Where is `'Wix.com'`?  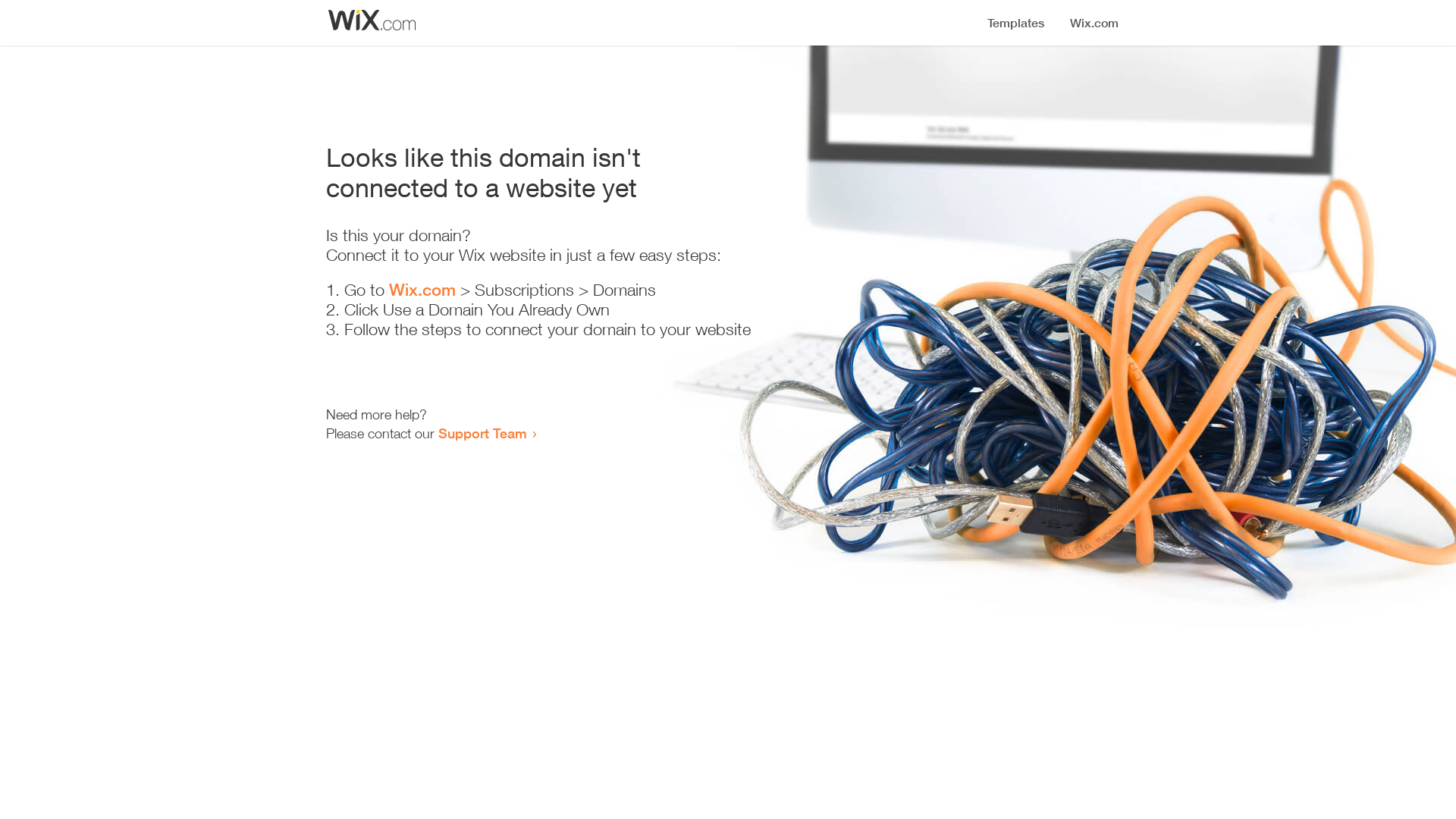 'Wix.com' is located at coordinates (422, 289).